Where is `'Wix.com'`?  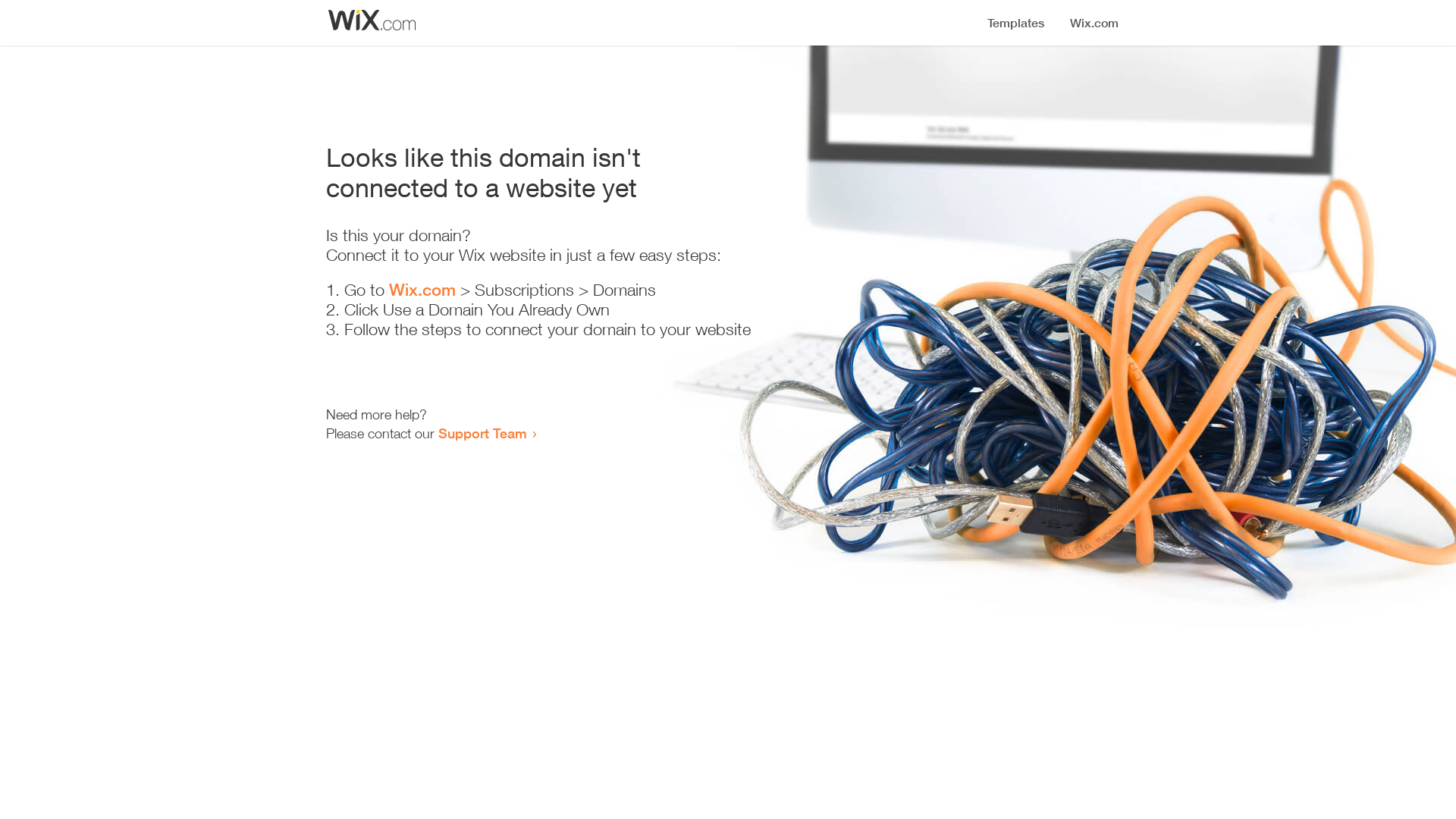 'Wix.com' is located at coordinates (422, 289).